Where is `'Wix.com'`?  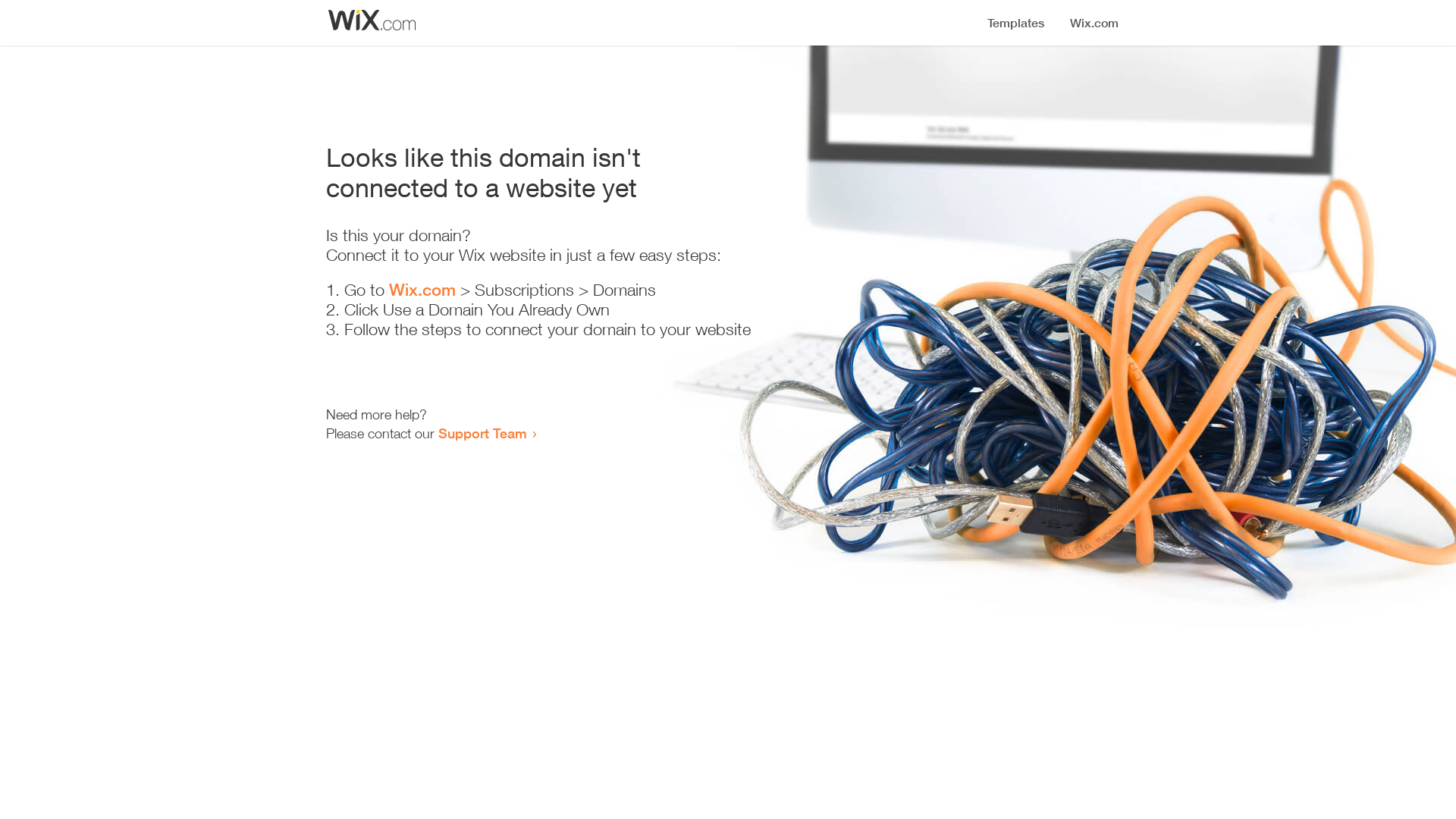 'Wix.com' is located at coordinates (422, 289).